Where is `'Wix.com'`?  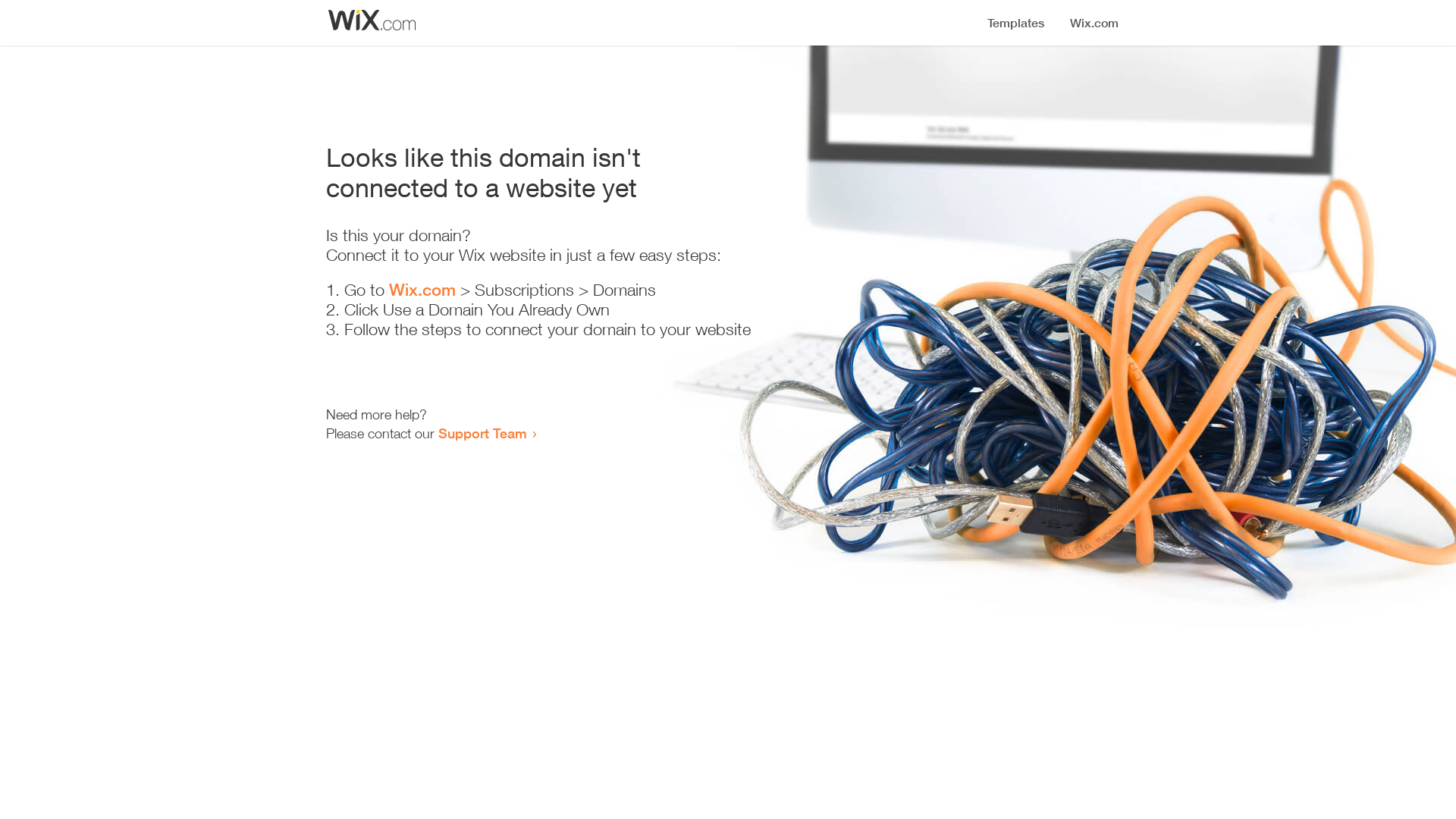 'Wix.com' is located at coordinates (422, 289).